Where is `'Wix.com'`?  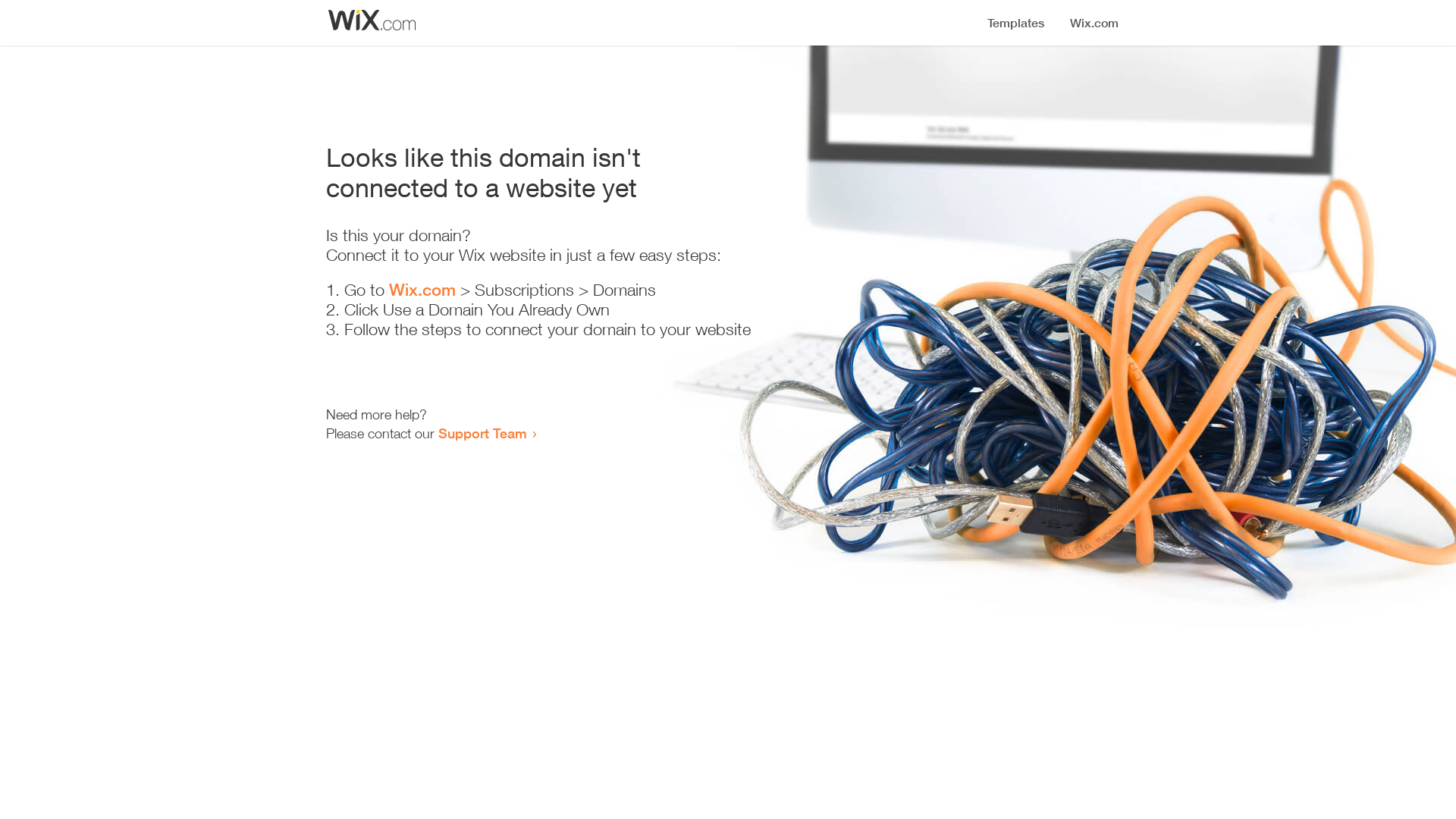 'Wix.com' is located at coordinates (422, 289).